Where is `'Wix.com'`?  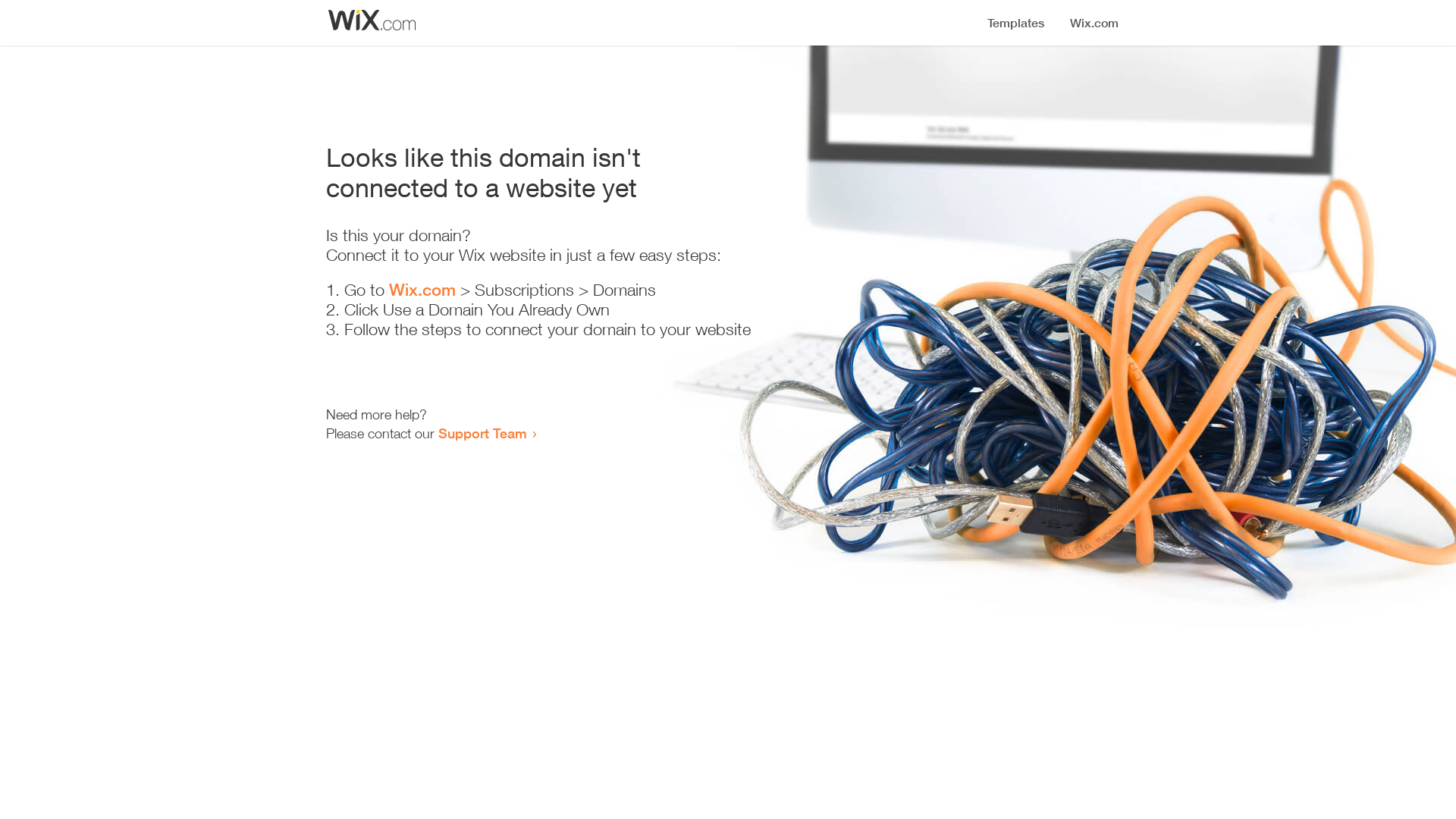 'Wix.com' is located at coordinates (422, 289).